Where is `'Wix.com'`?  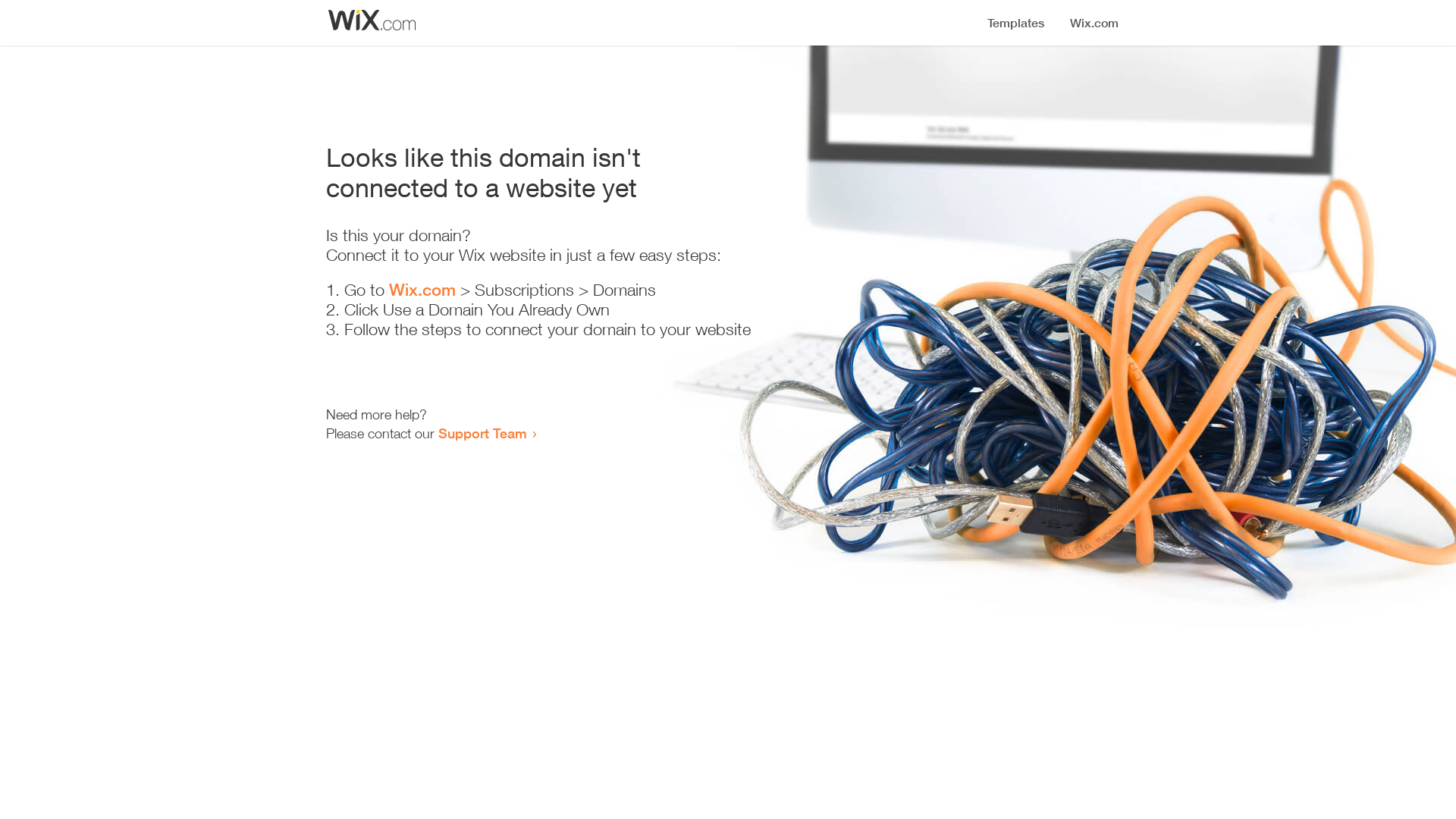 'Wix.com' is located at coordinates (422, 289).